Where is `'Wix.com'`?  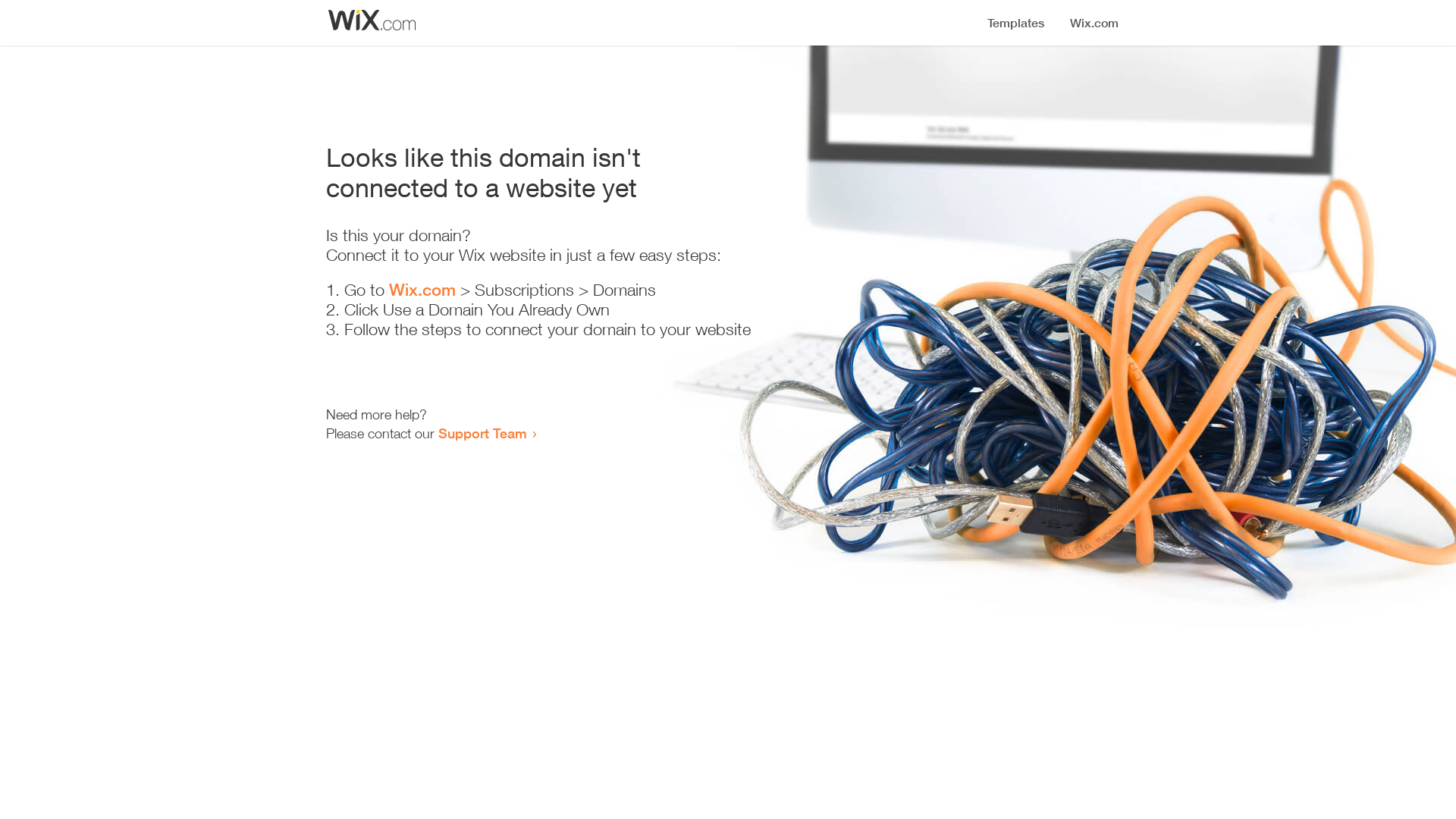 'Wix.com' is located at coordinates (422, 289).